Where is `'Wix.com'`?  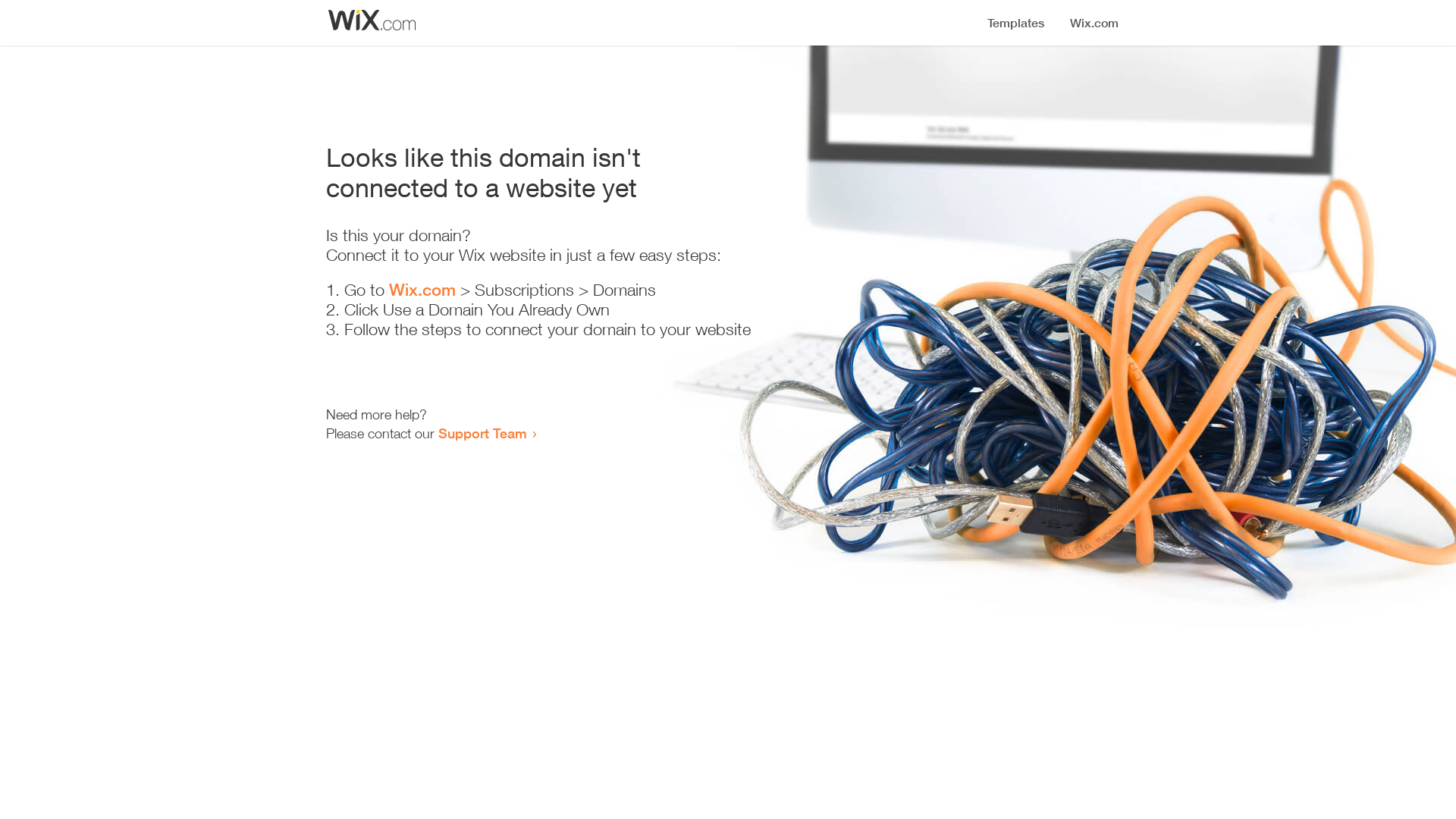 'Wix.com' is located at coordinates (422, 289).